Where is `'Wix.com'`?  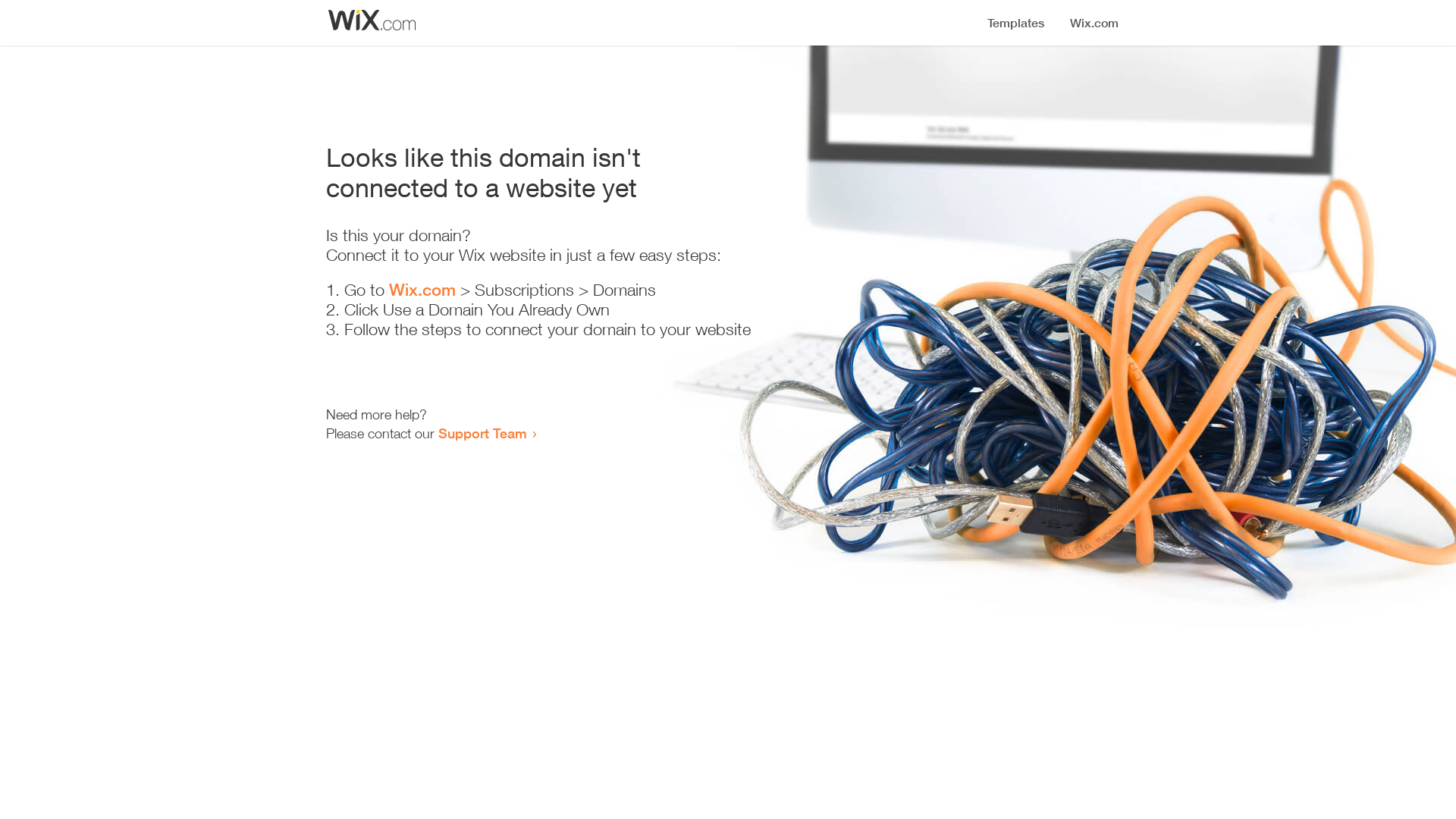 'Wix.com' is located at coordinates (422, 289).